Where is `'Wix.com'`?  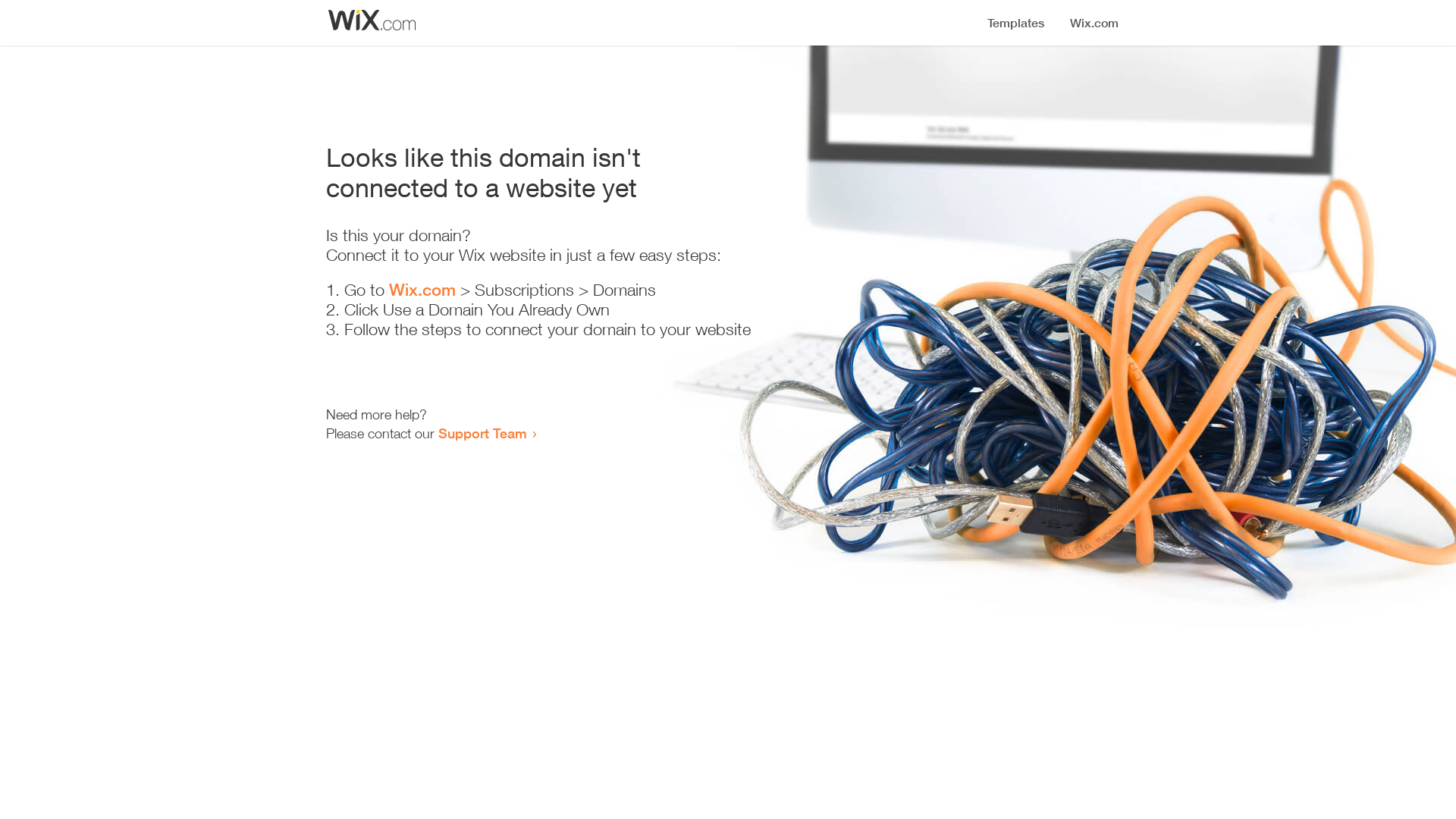 'Wix.com' is located at coordinates (422, 289).